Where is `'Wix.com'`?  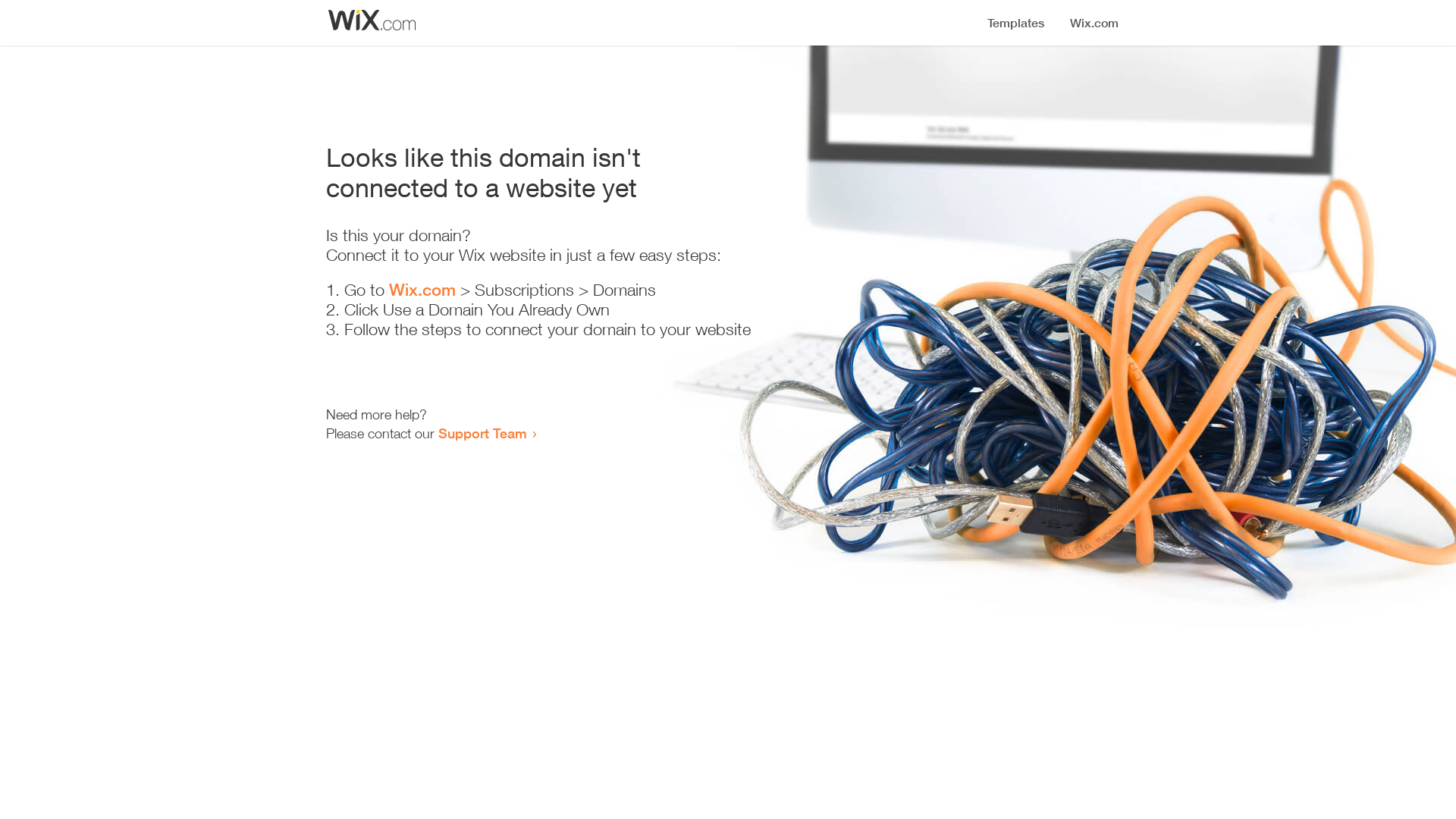 'Wix.com' is located at coordinates (422, 289).